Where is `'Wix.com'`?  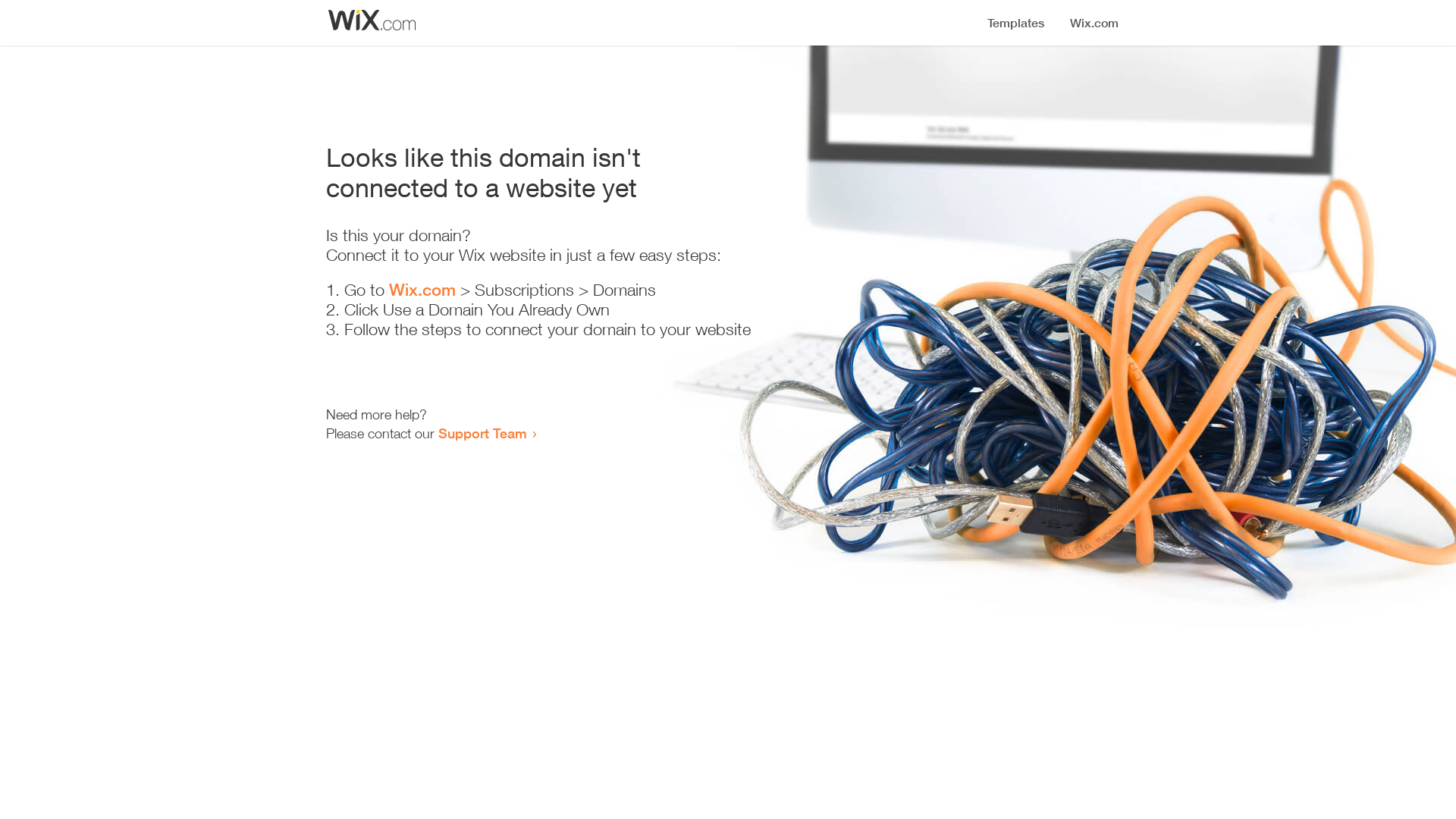 'Wix.com' is located at coordinates (422, 289).